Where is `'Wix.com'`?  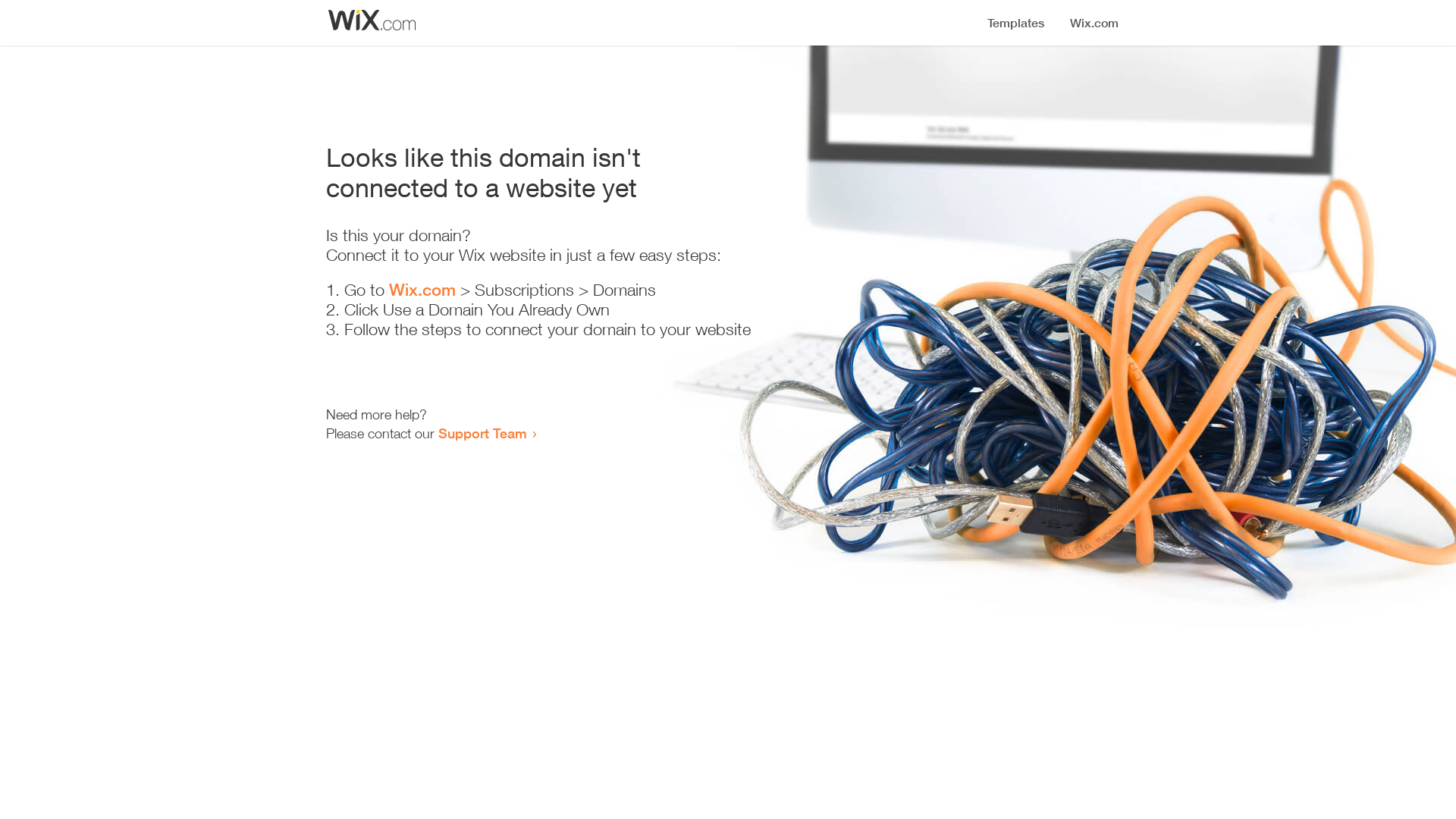 'Wix.com' is located at coordinates (422, 289).